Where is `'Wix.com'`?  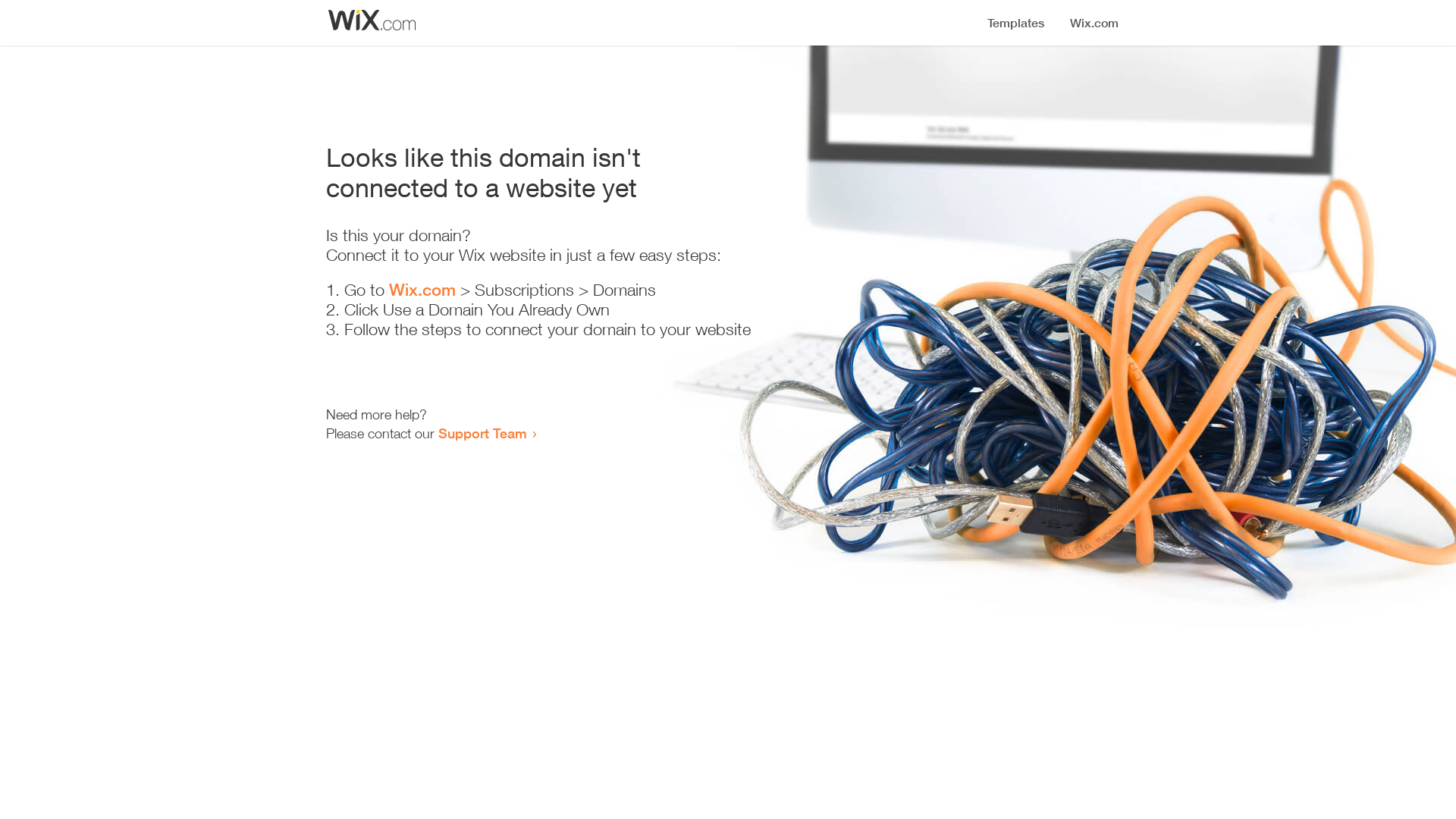 'Wix.com' is located at coordinates (422, 289).